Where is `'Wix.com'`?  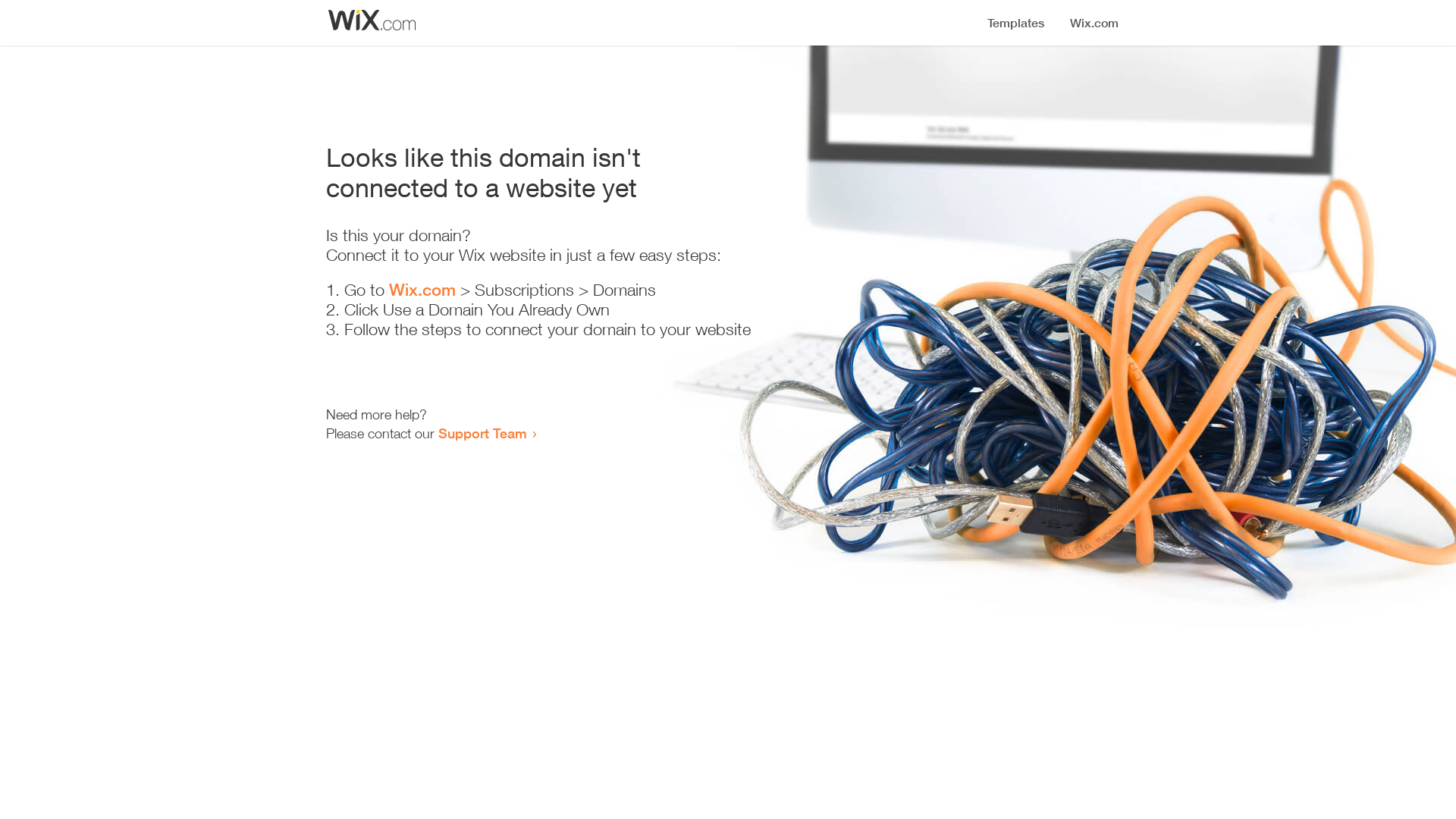 'Wix.com' is located at coordinates (422, 289).